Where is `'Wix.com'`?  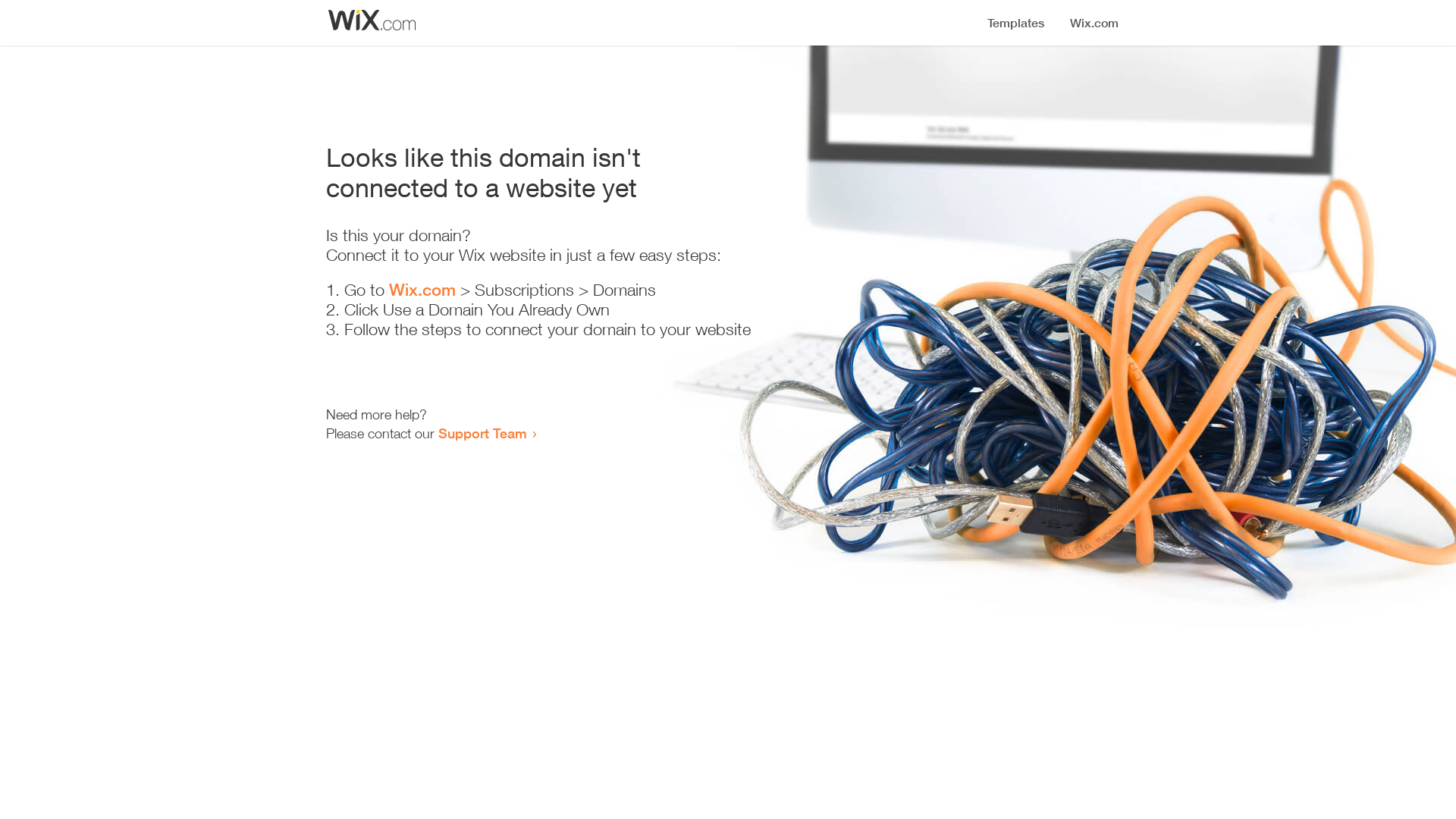 'Wix.com' is located at coordinates (422, 289).